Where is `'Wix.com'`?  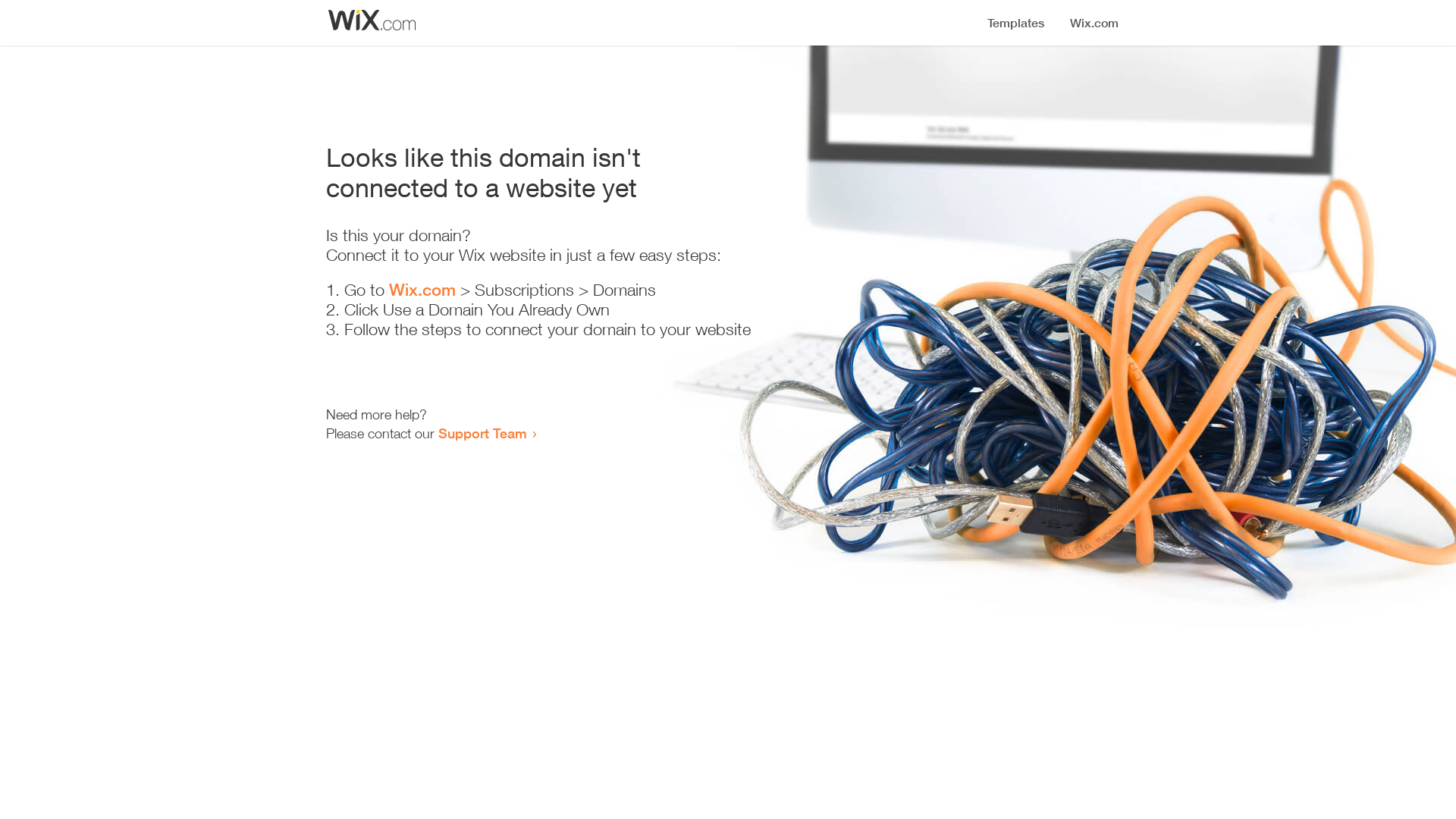 'Wix.com' is located at coordinates (422, 289).